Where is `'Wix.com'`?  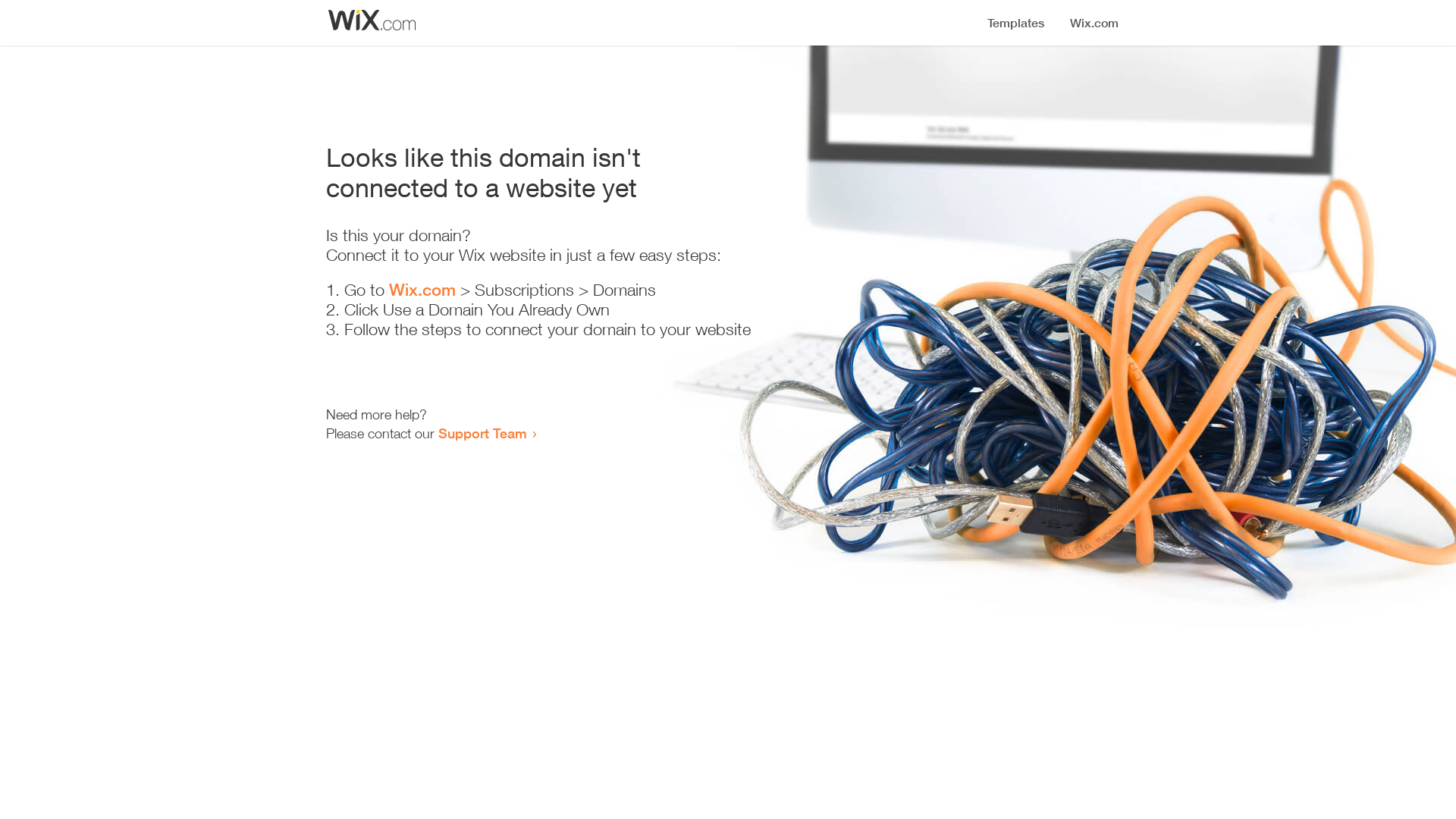 'Wix.com' is located at coordinates (422, 289).